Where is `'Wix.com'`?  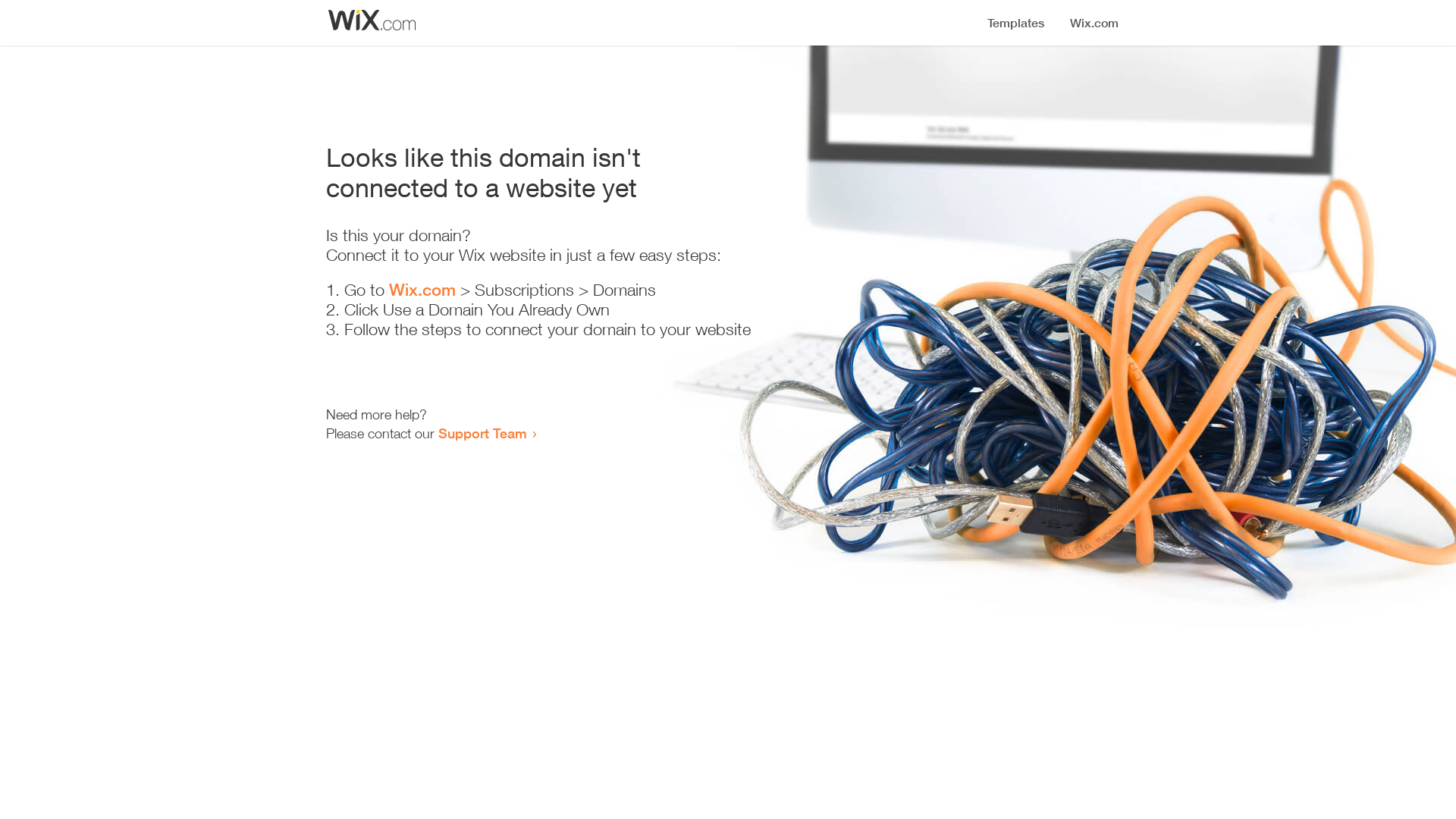 'Wix.com' is located at coordinates (422, 289).